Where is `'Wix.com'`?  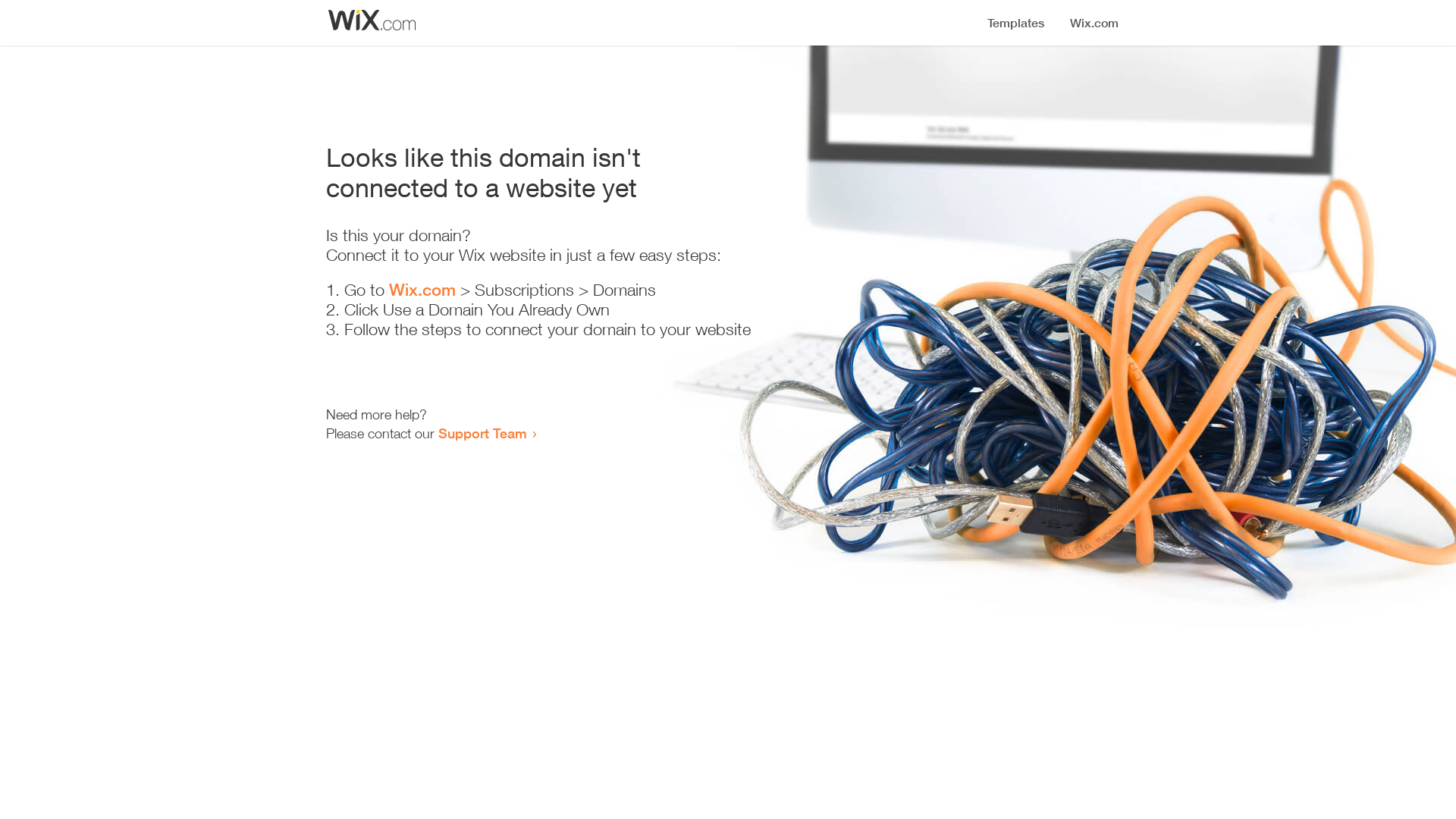 'Wix.com' is located at coordinates (422, 289).